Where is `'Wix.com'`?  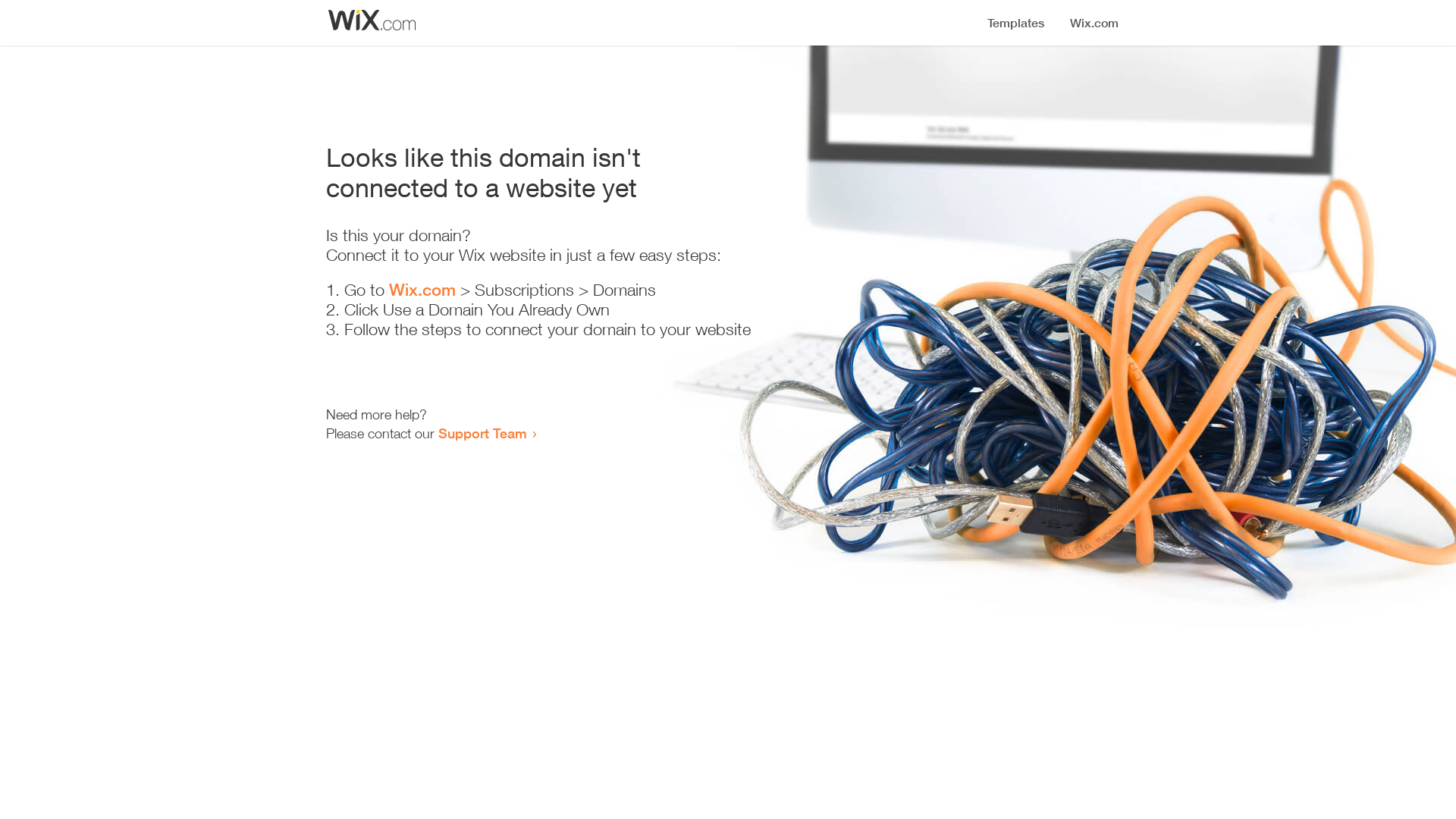 'Wix.com' is located at coordinates (422, 289).